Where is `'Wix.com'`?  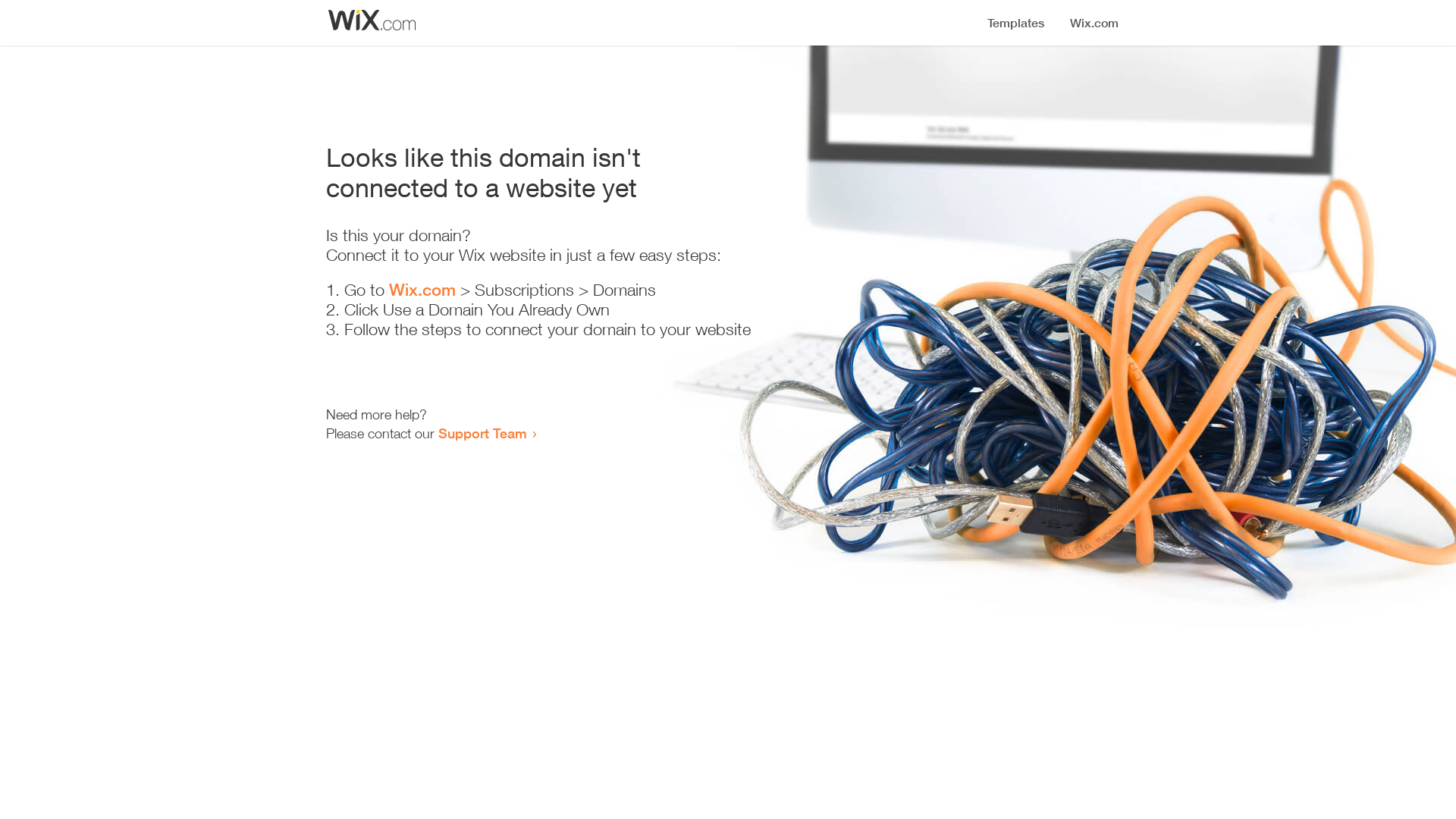 'Wix.com' is located at coordinates (422, 289).